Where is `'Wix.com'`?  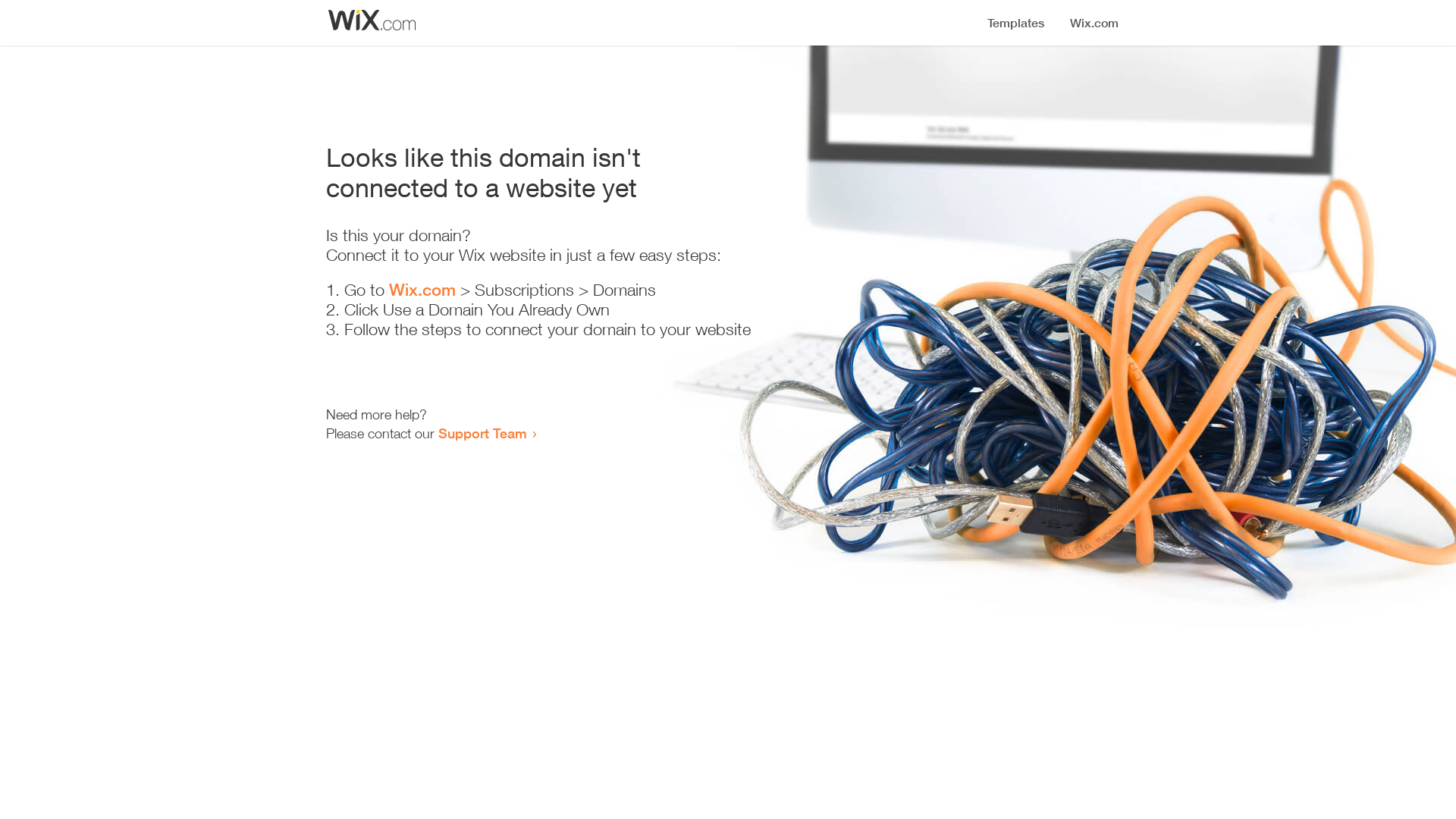 'Wix.com' is located at coordinates (422, 289).